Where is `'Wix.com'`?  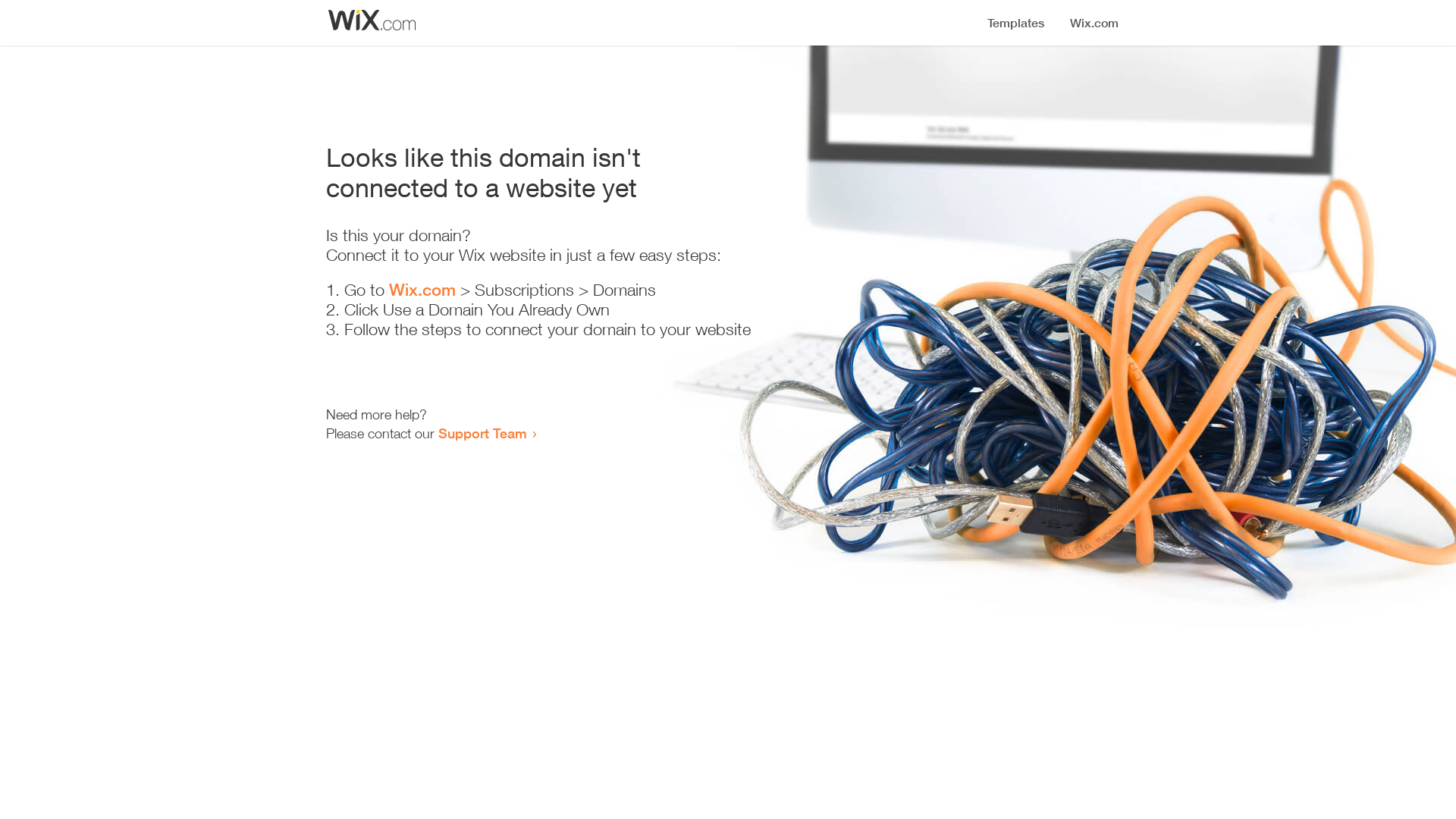 'Wix.com' is located at coordinates (422, 289).